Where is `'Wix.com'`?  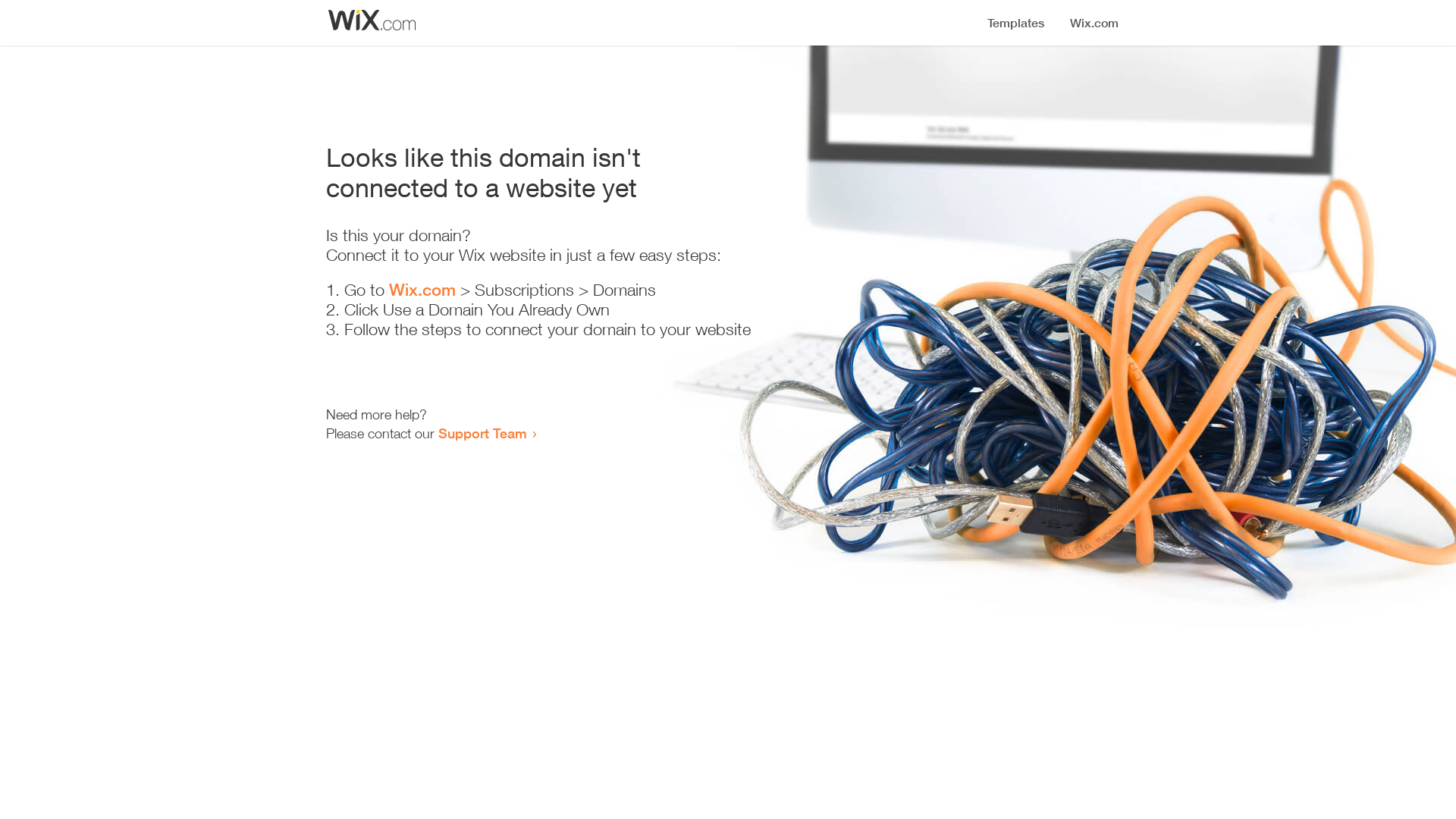 'Wix.com' is located at coordinates (422, 289).